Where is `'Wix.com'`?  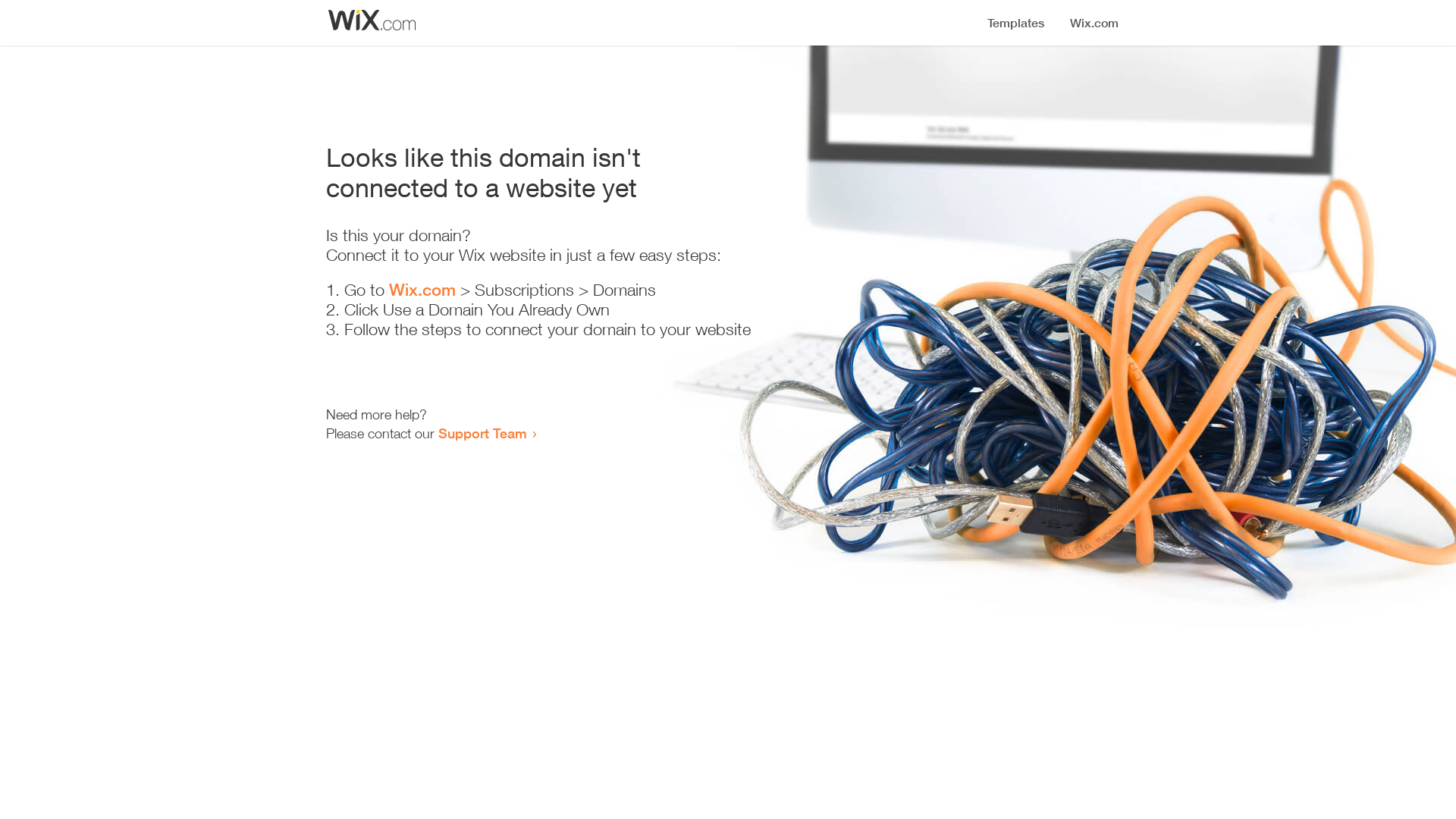 'Wix.com' is located at coordinates (422, 289).